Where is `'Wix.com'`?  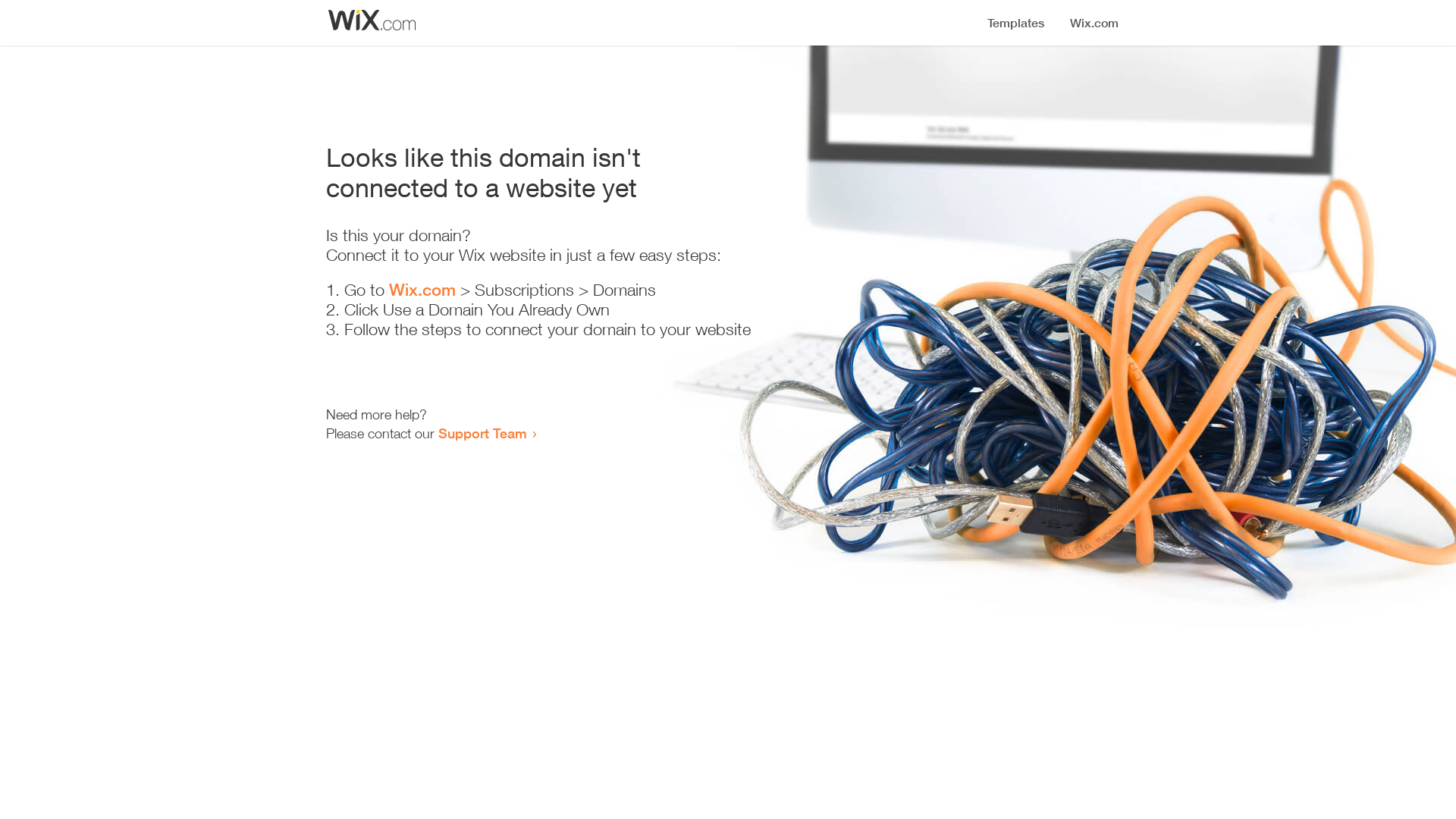 'Wix.com' is located at coordinates (422, 289).